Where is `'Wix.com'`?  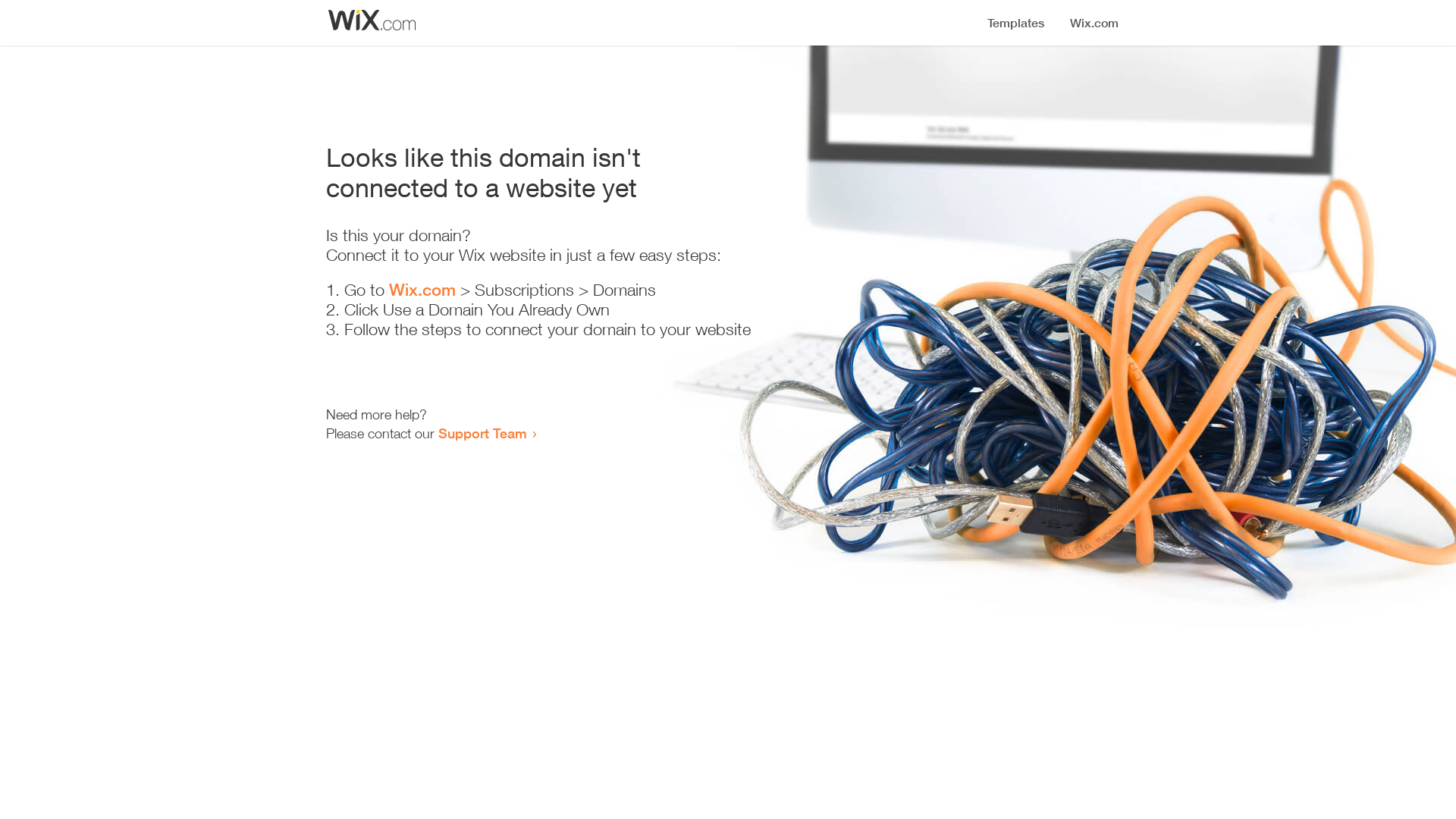 'Wix.com' is located at coordinates (422, 289).